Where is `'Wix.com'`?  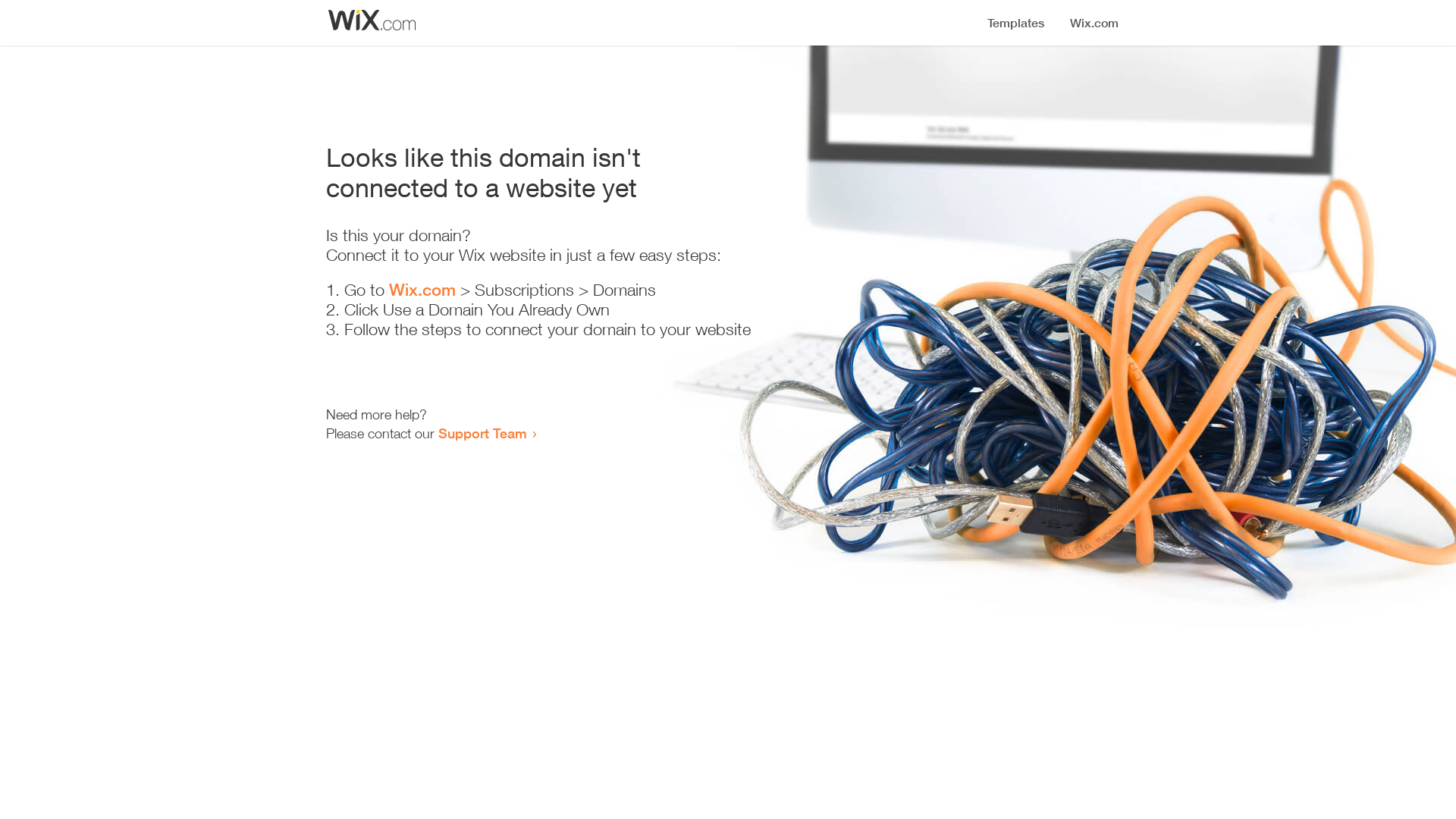 'Wix.com' is located at coordinates (422, 289).